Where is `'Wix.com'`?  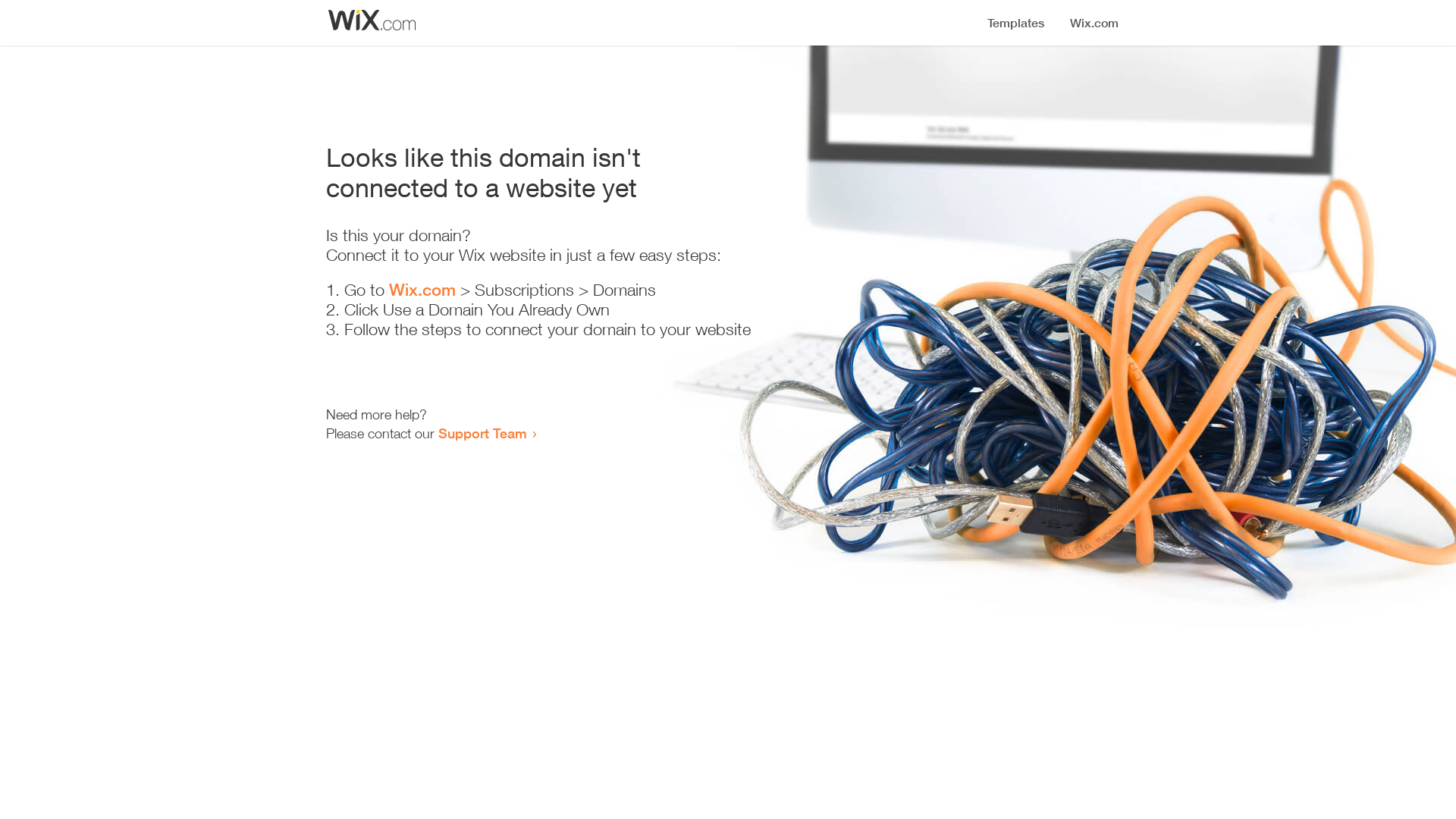 'Wix.com' is located at coordinates (422, 289).